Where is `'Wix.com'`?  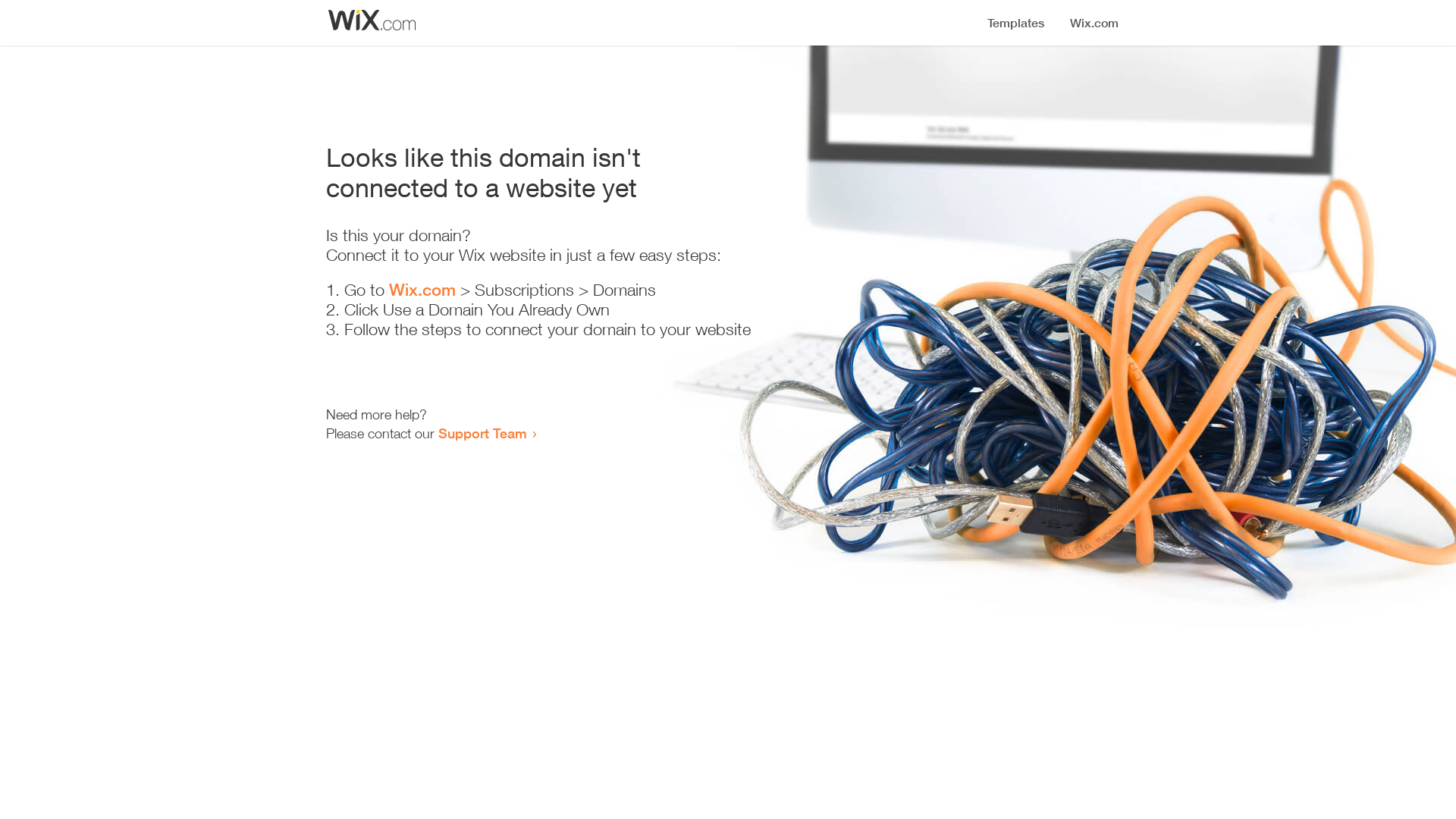 'Wix.com' is located at coordinates (422, 289).